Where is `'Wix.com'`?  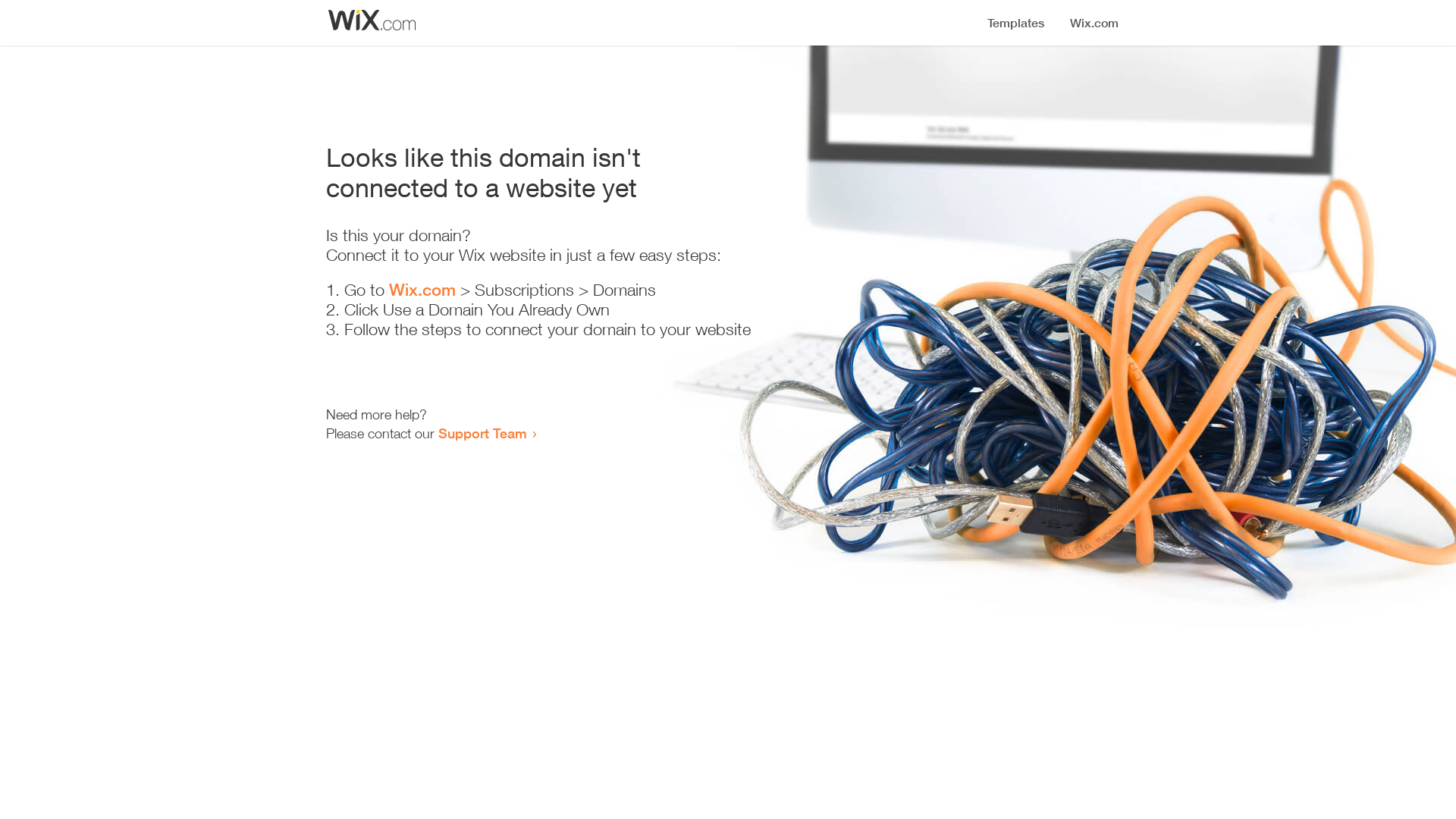 'Wix.com' is located at coordinates (422, 289).